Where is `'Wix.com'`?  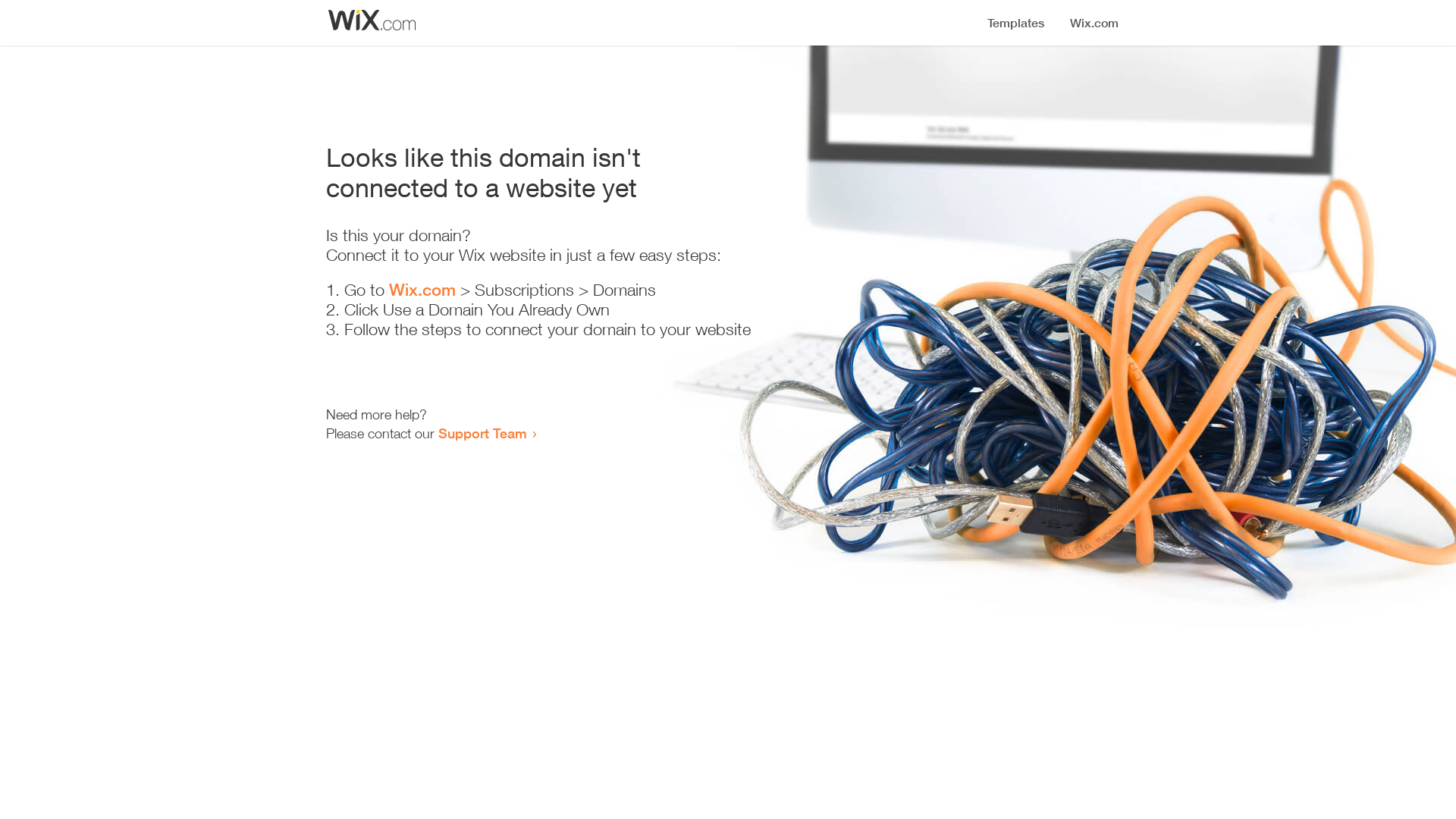 'Wix.com' is located at coordinates (422, 289).